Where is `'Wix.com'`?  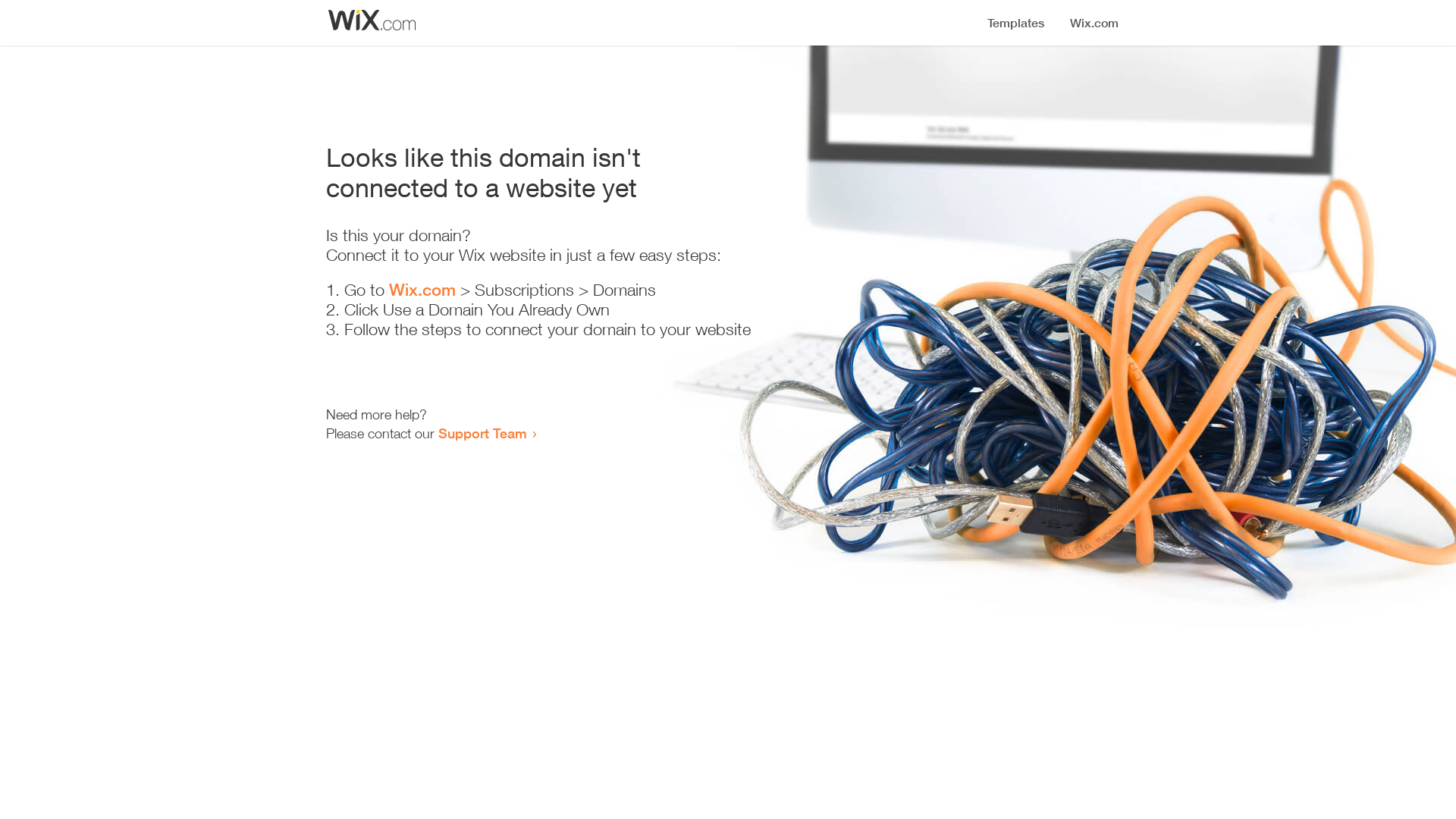 'Wix.com' is located at coordinates (422, 289).